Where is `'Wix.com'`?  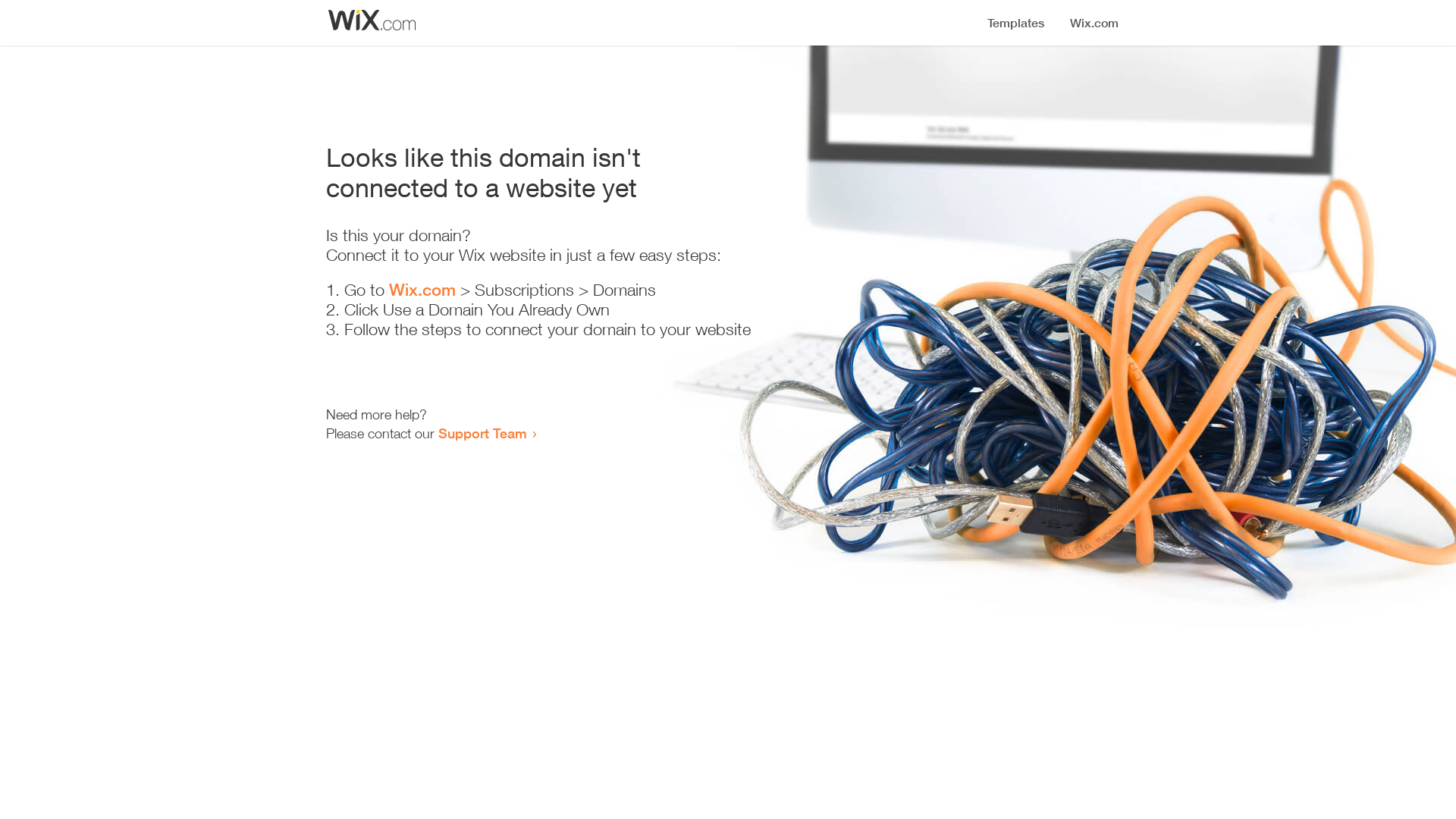 'Wix.com' is located at coordinates (422, 289).